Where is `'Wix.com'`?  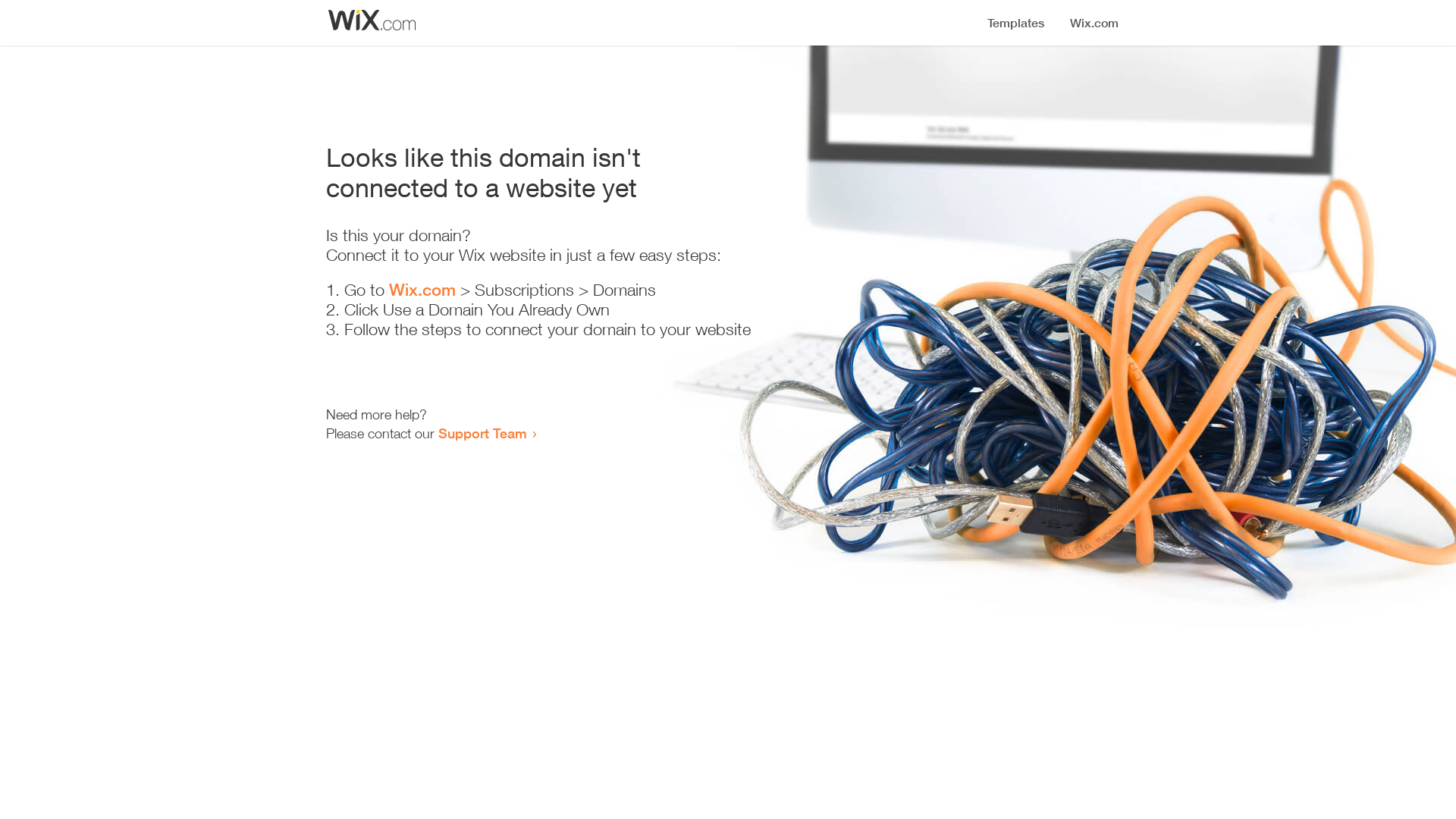 'Wix.com' is located at coordinates (422, 289).